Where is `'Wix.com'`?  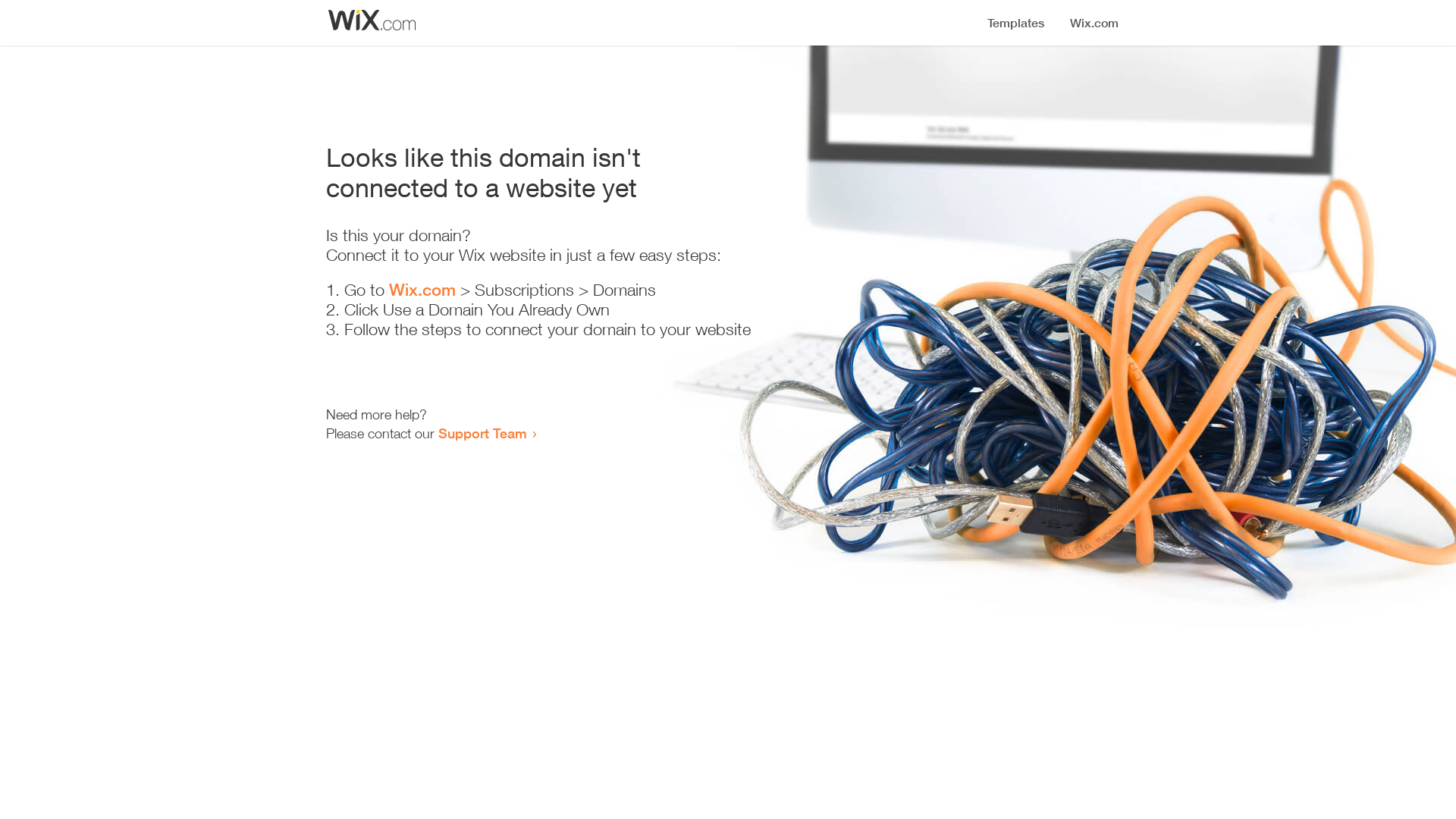 'Wix.com' is located at coordinates (422, 289).